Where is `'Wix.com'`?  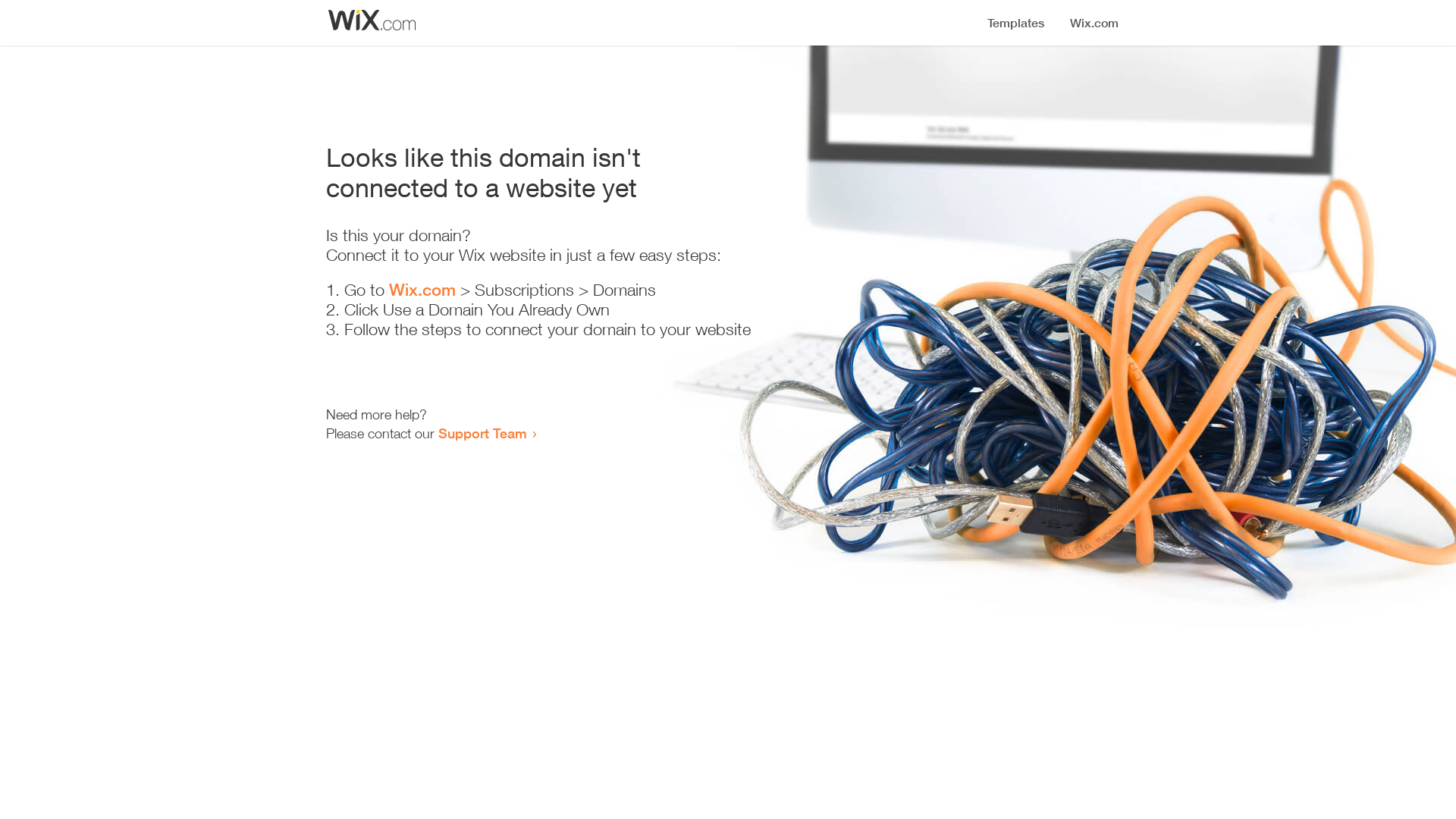 'Wix.com' is located at coordinates (422, 289).